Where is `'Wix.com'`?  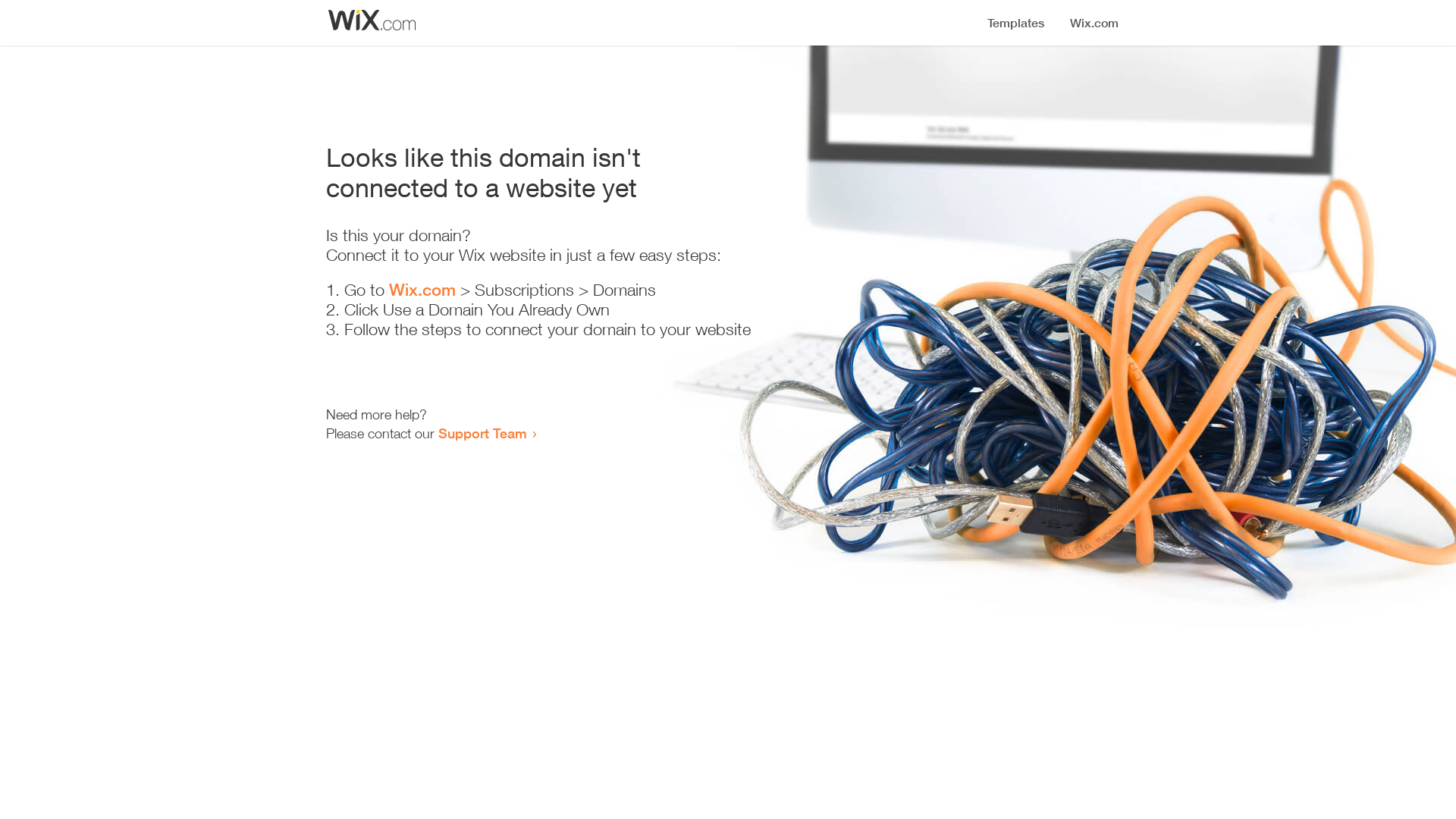 'Wix.com' is located at coordinates (422, 289).